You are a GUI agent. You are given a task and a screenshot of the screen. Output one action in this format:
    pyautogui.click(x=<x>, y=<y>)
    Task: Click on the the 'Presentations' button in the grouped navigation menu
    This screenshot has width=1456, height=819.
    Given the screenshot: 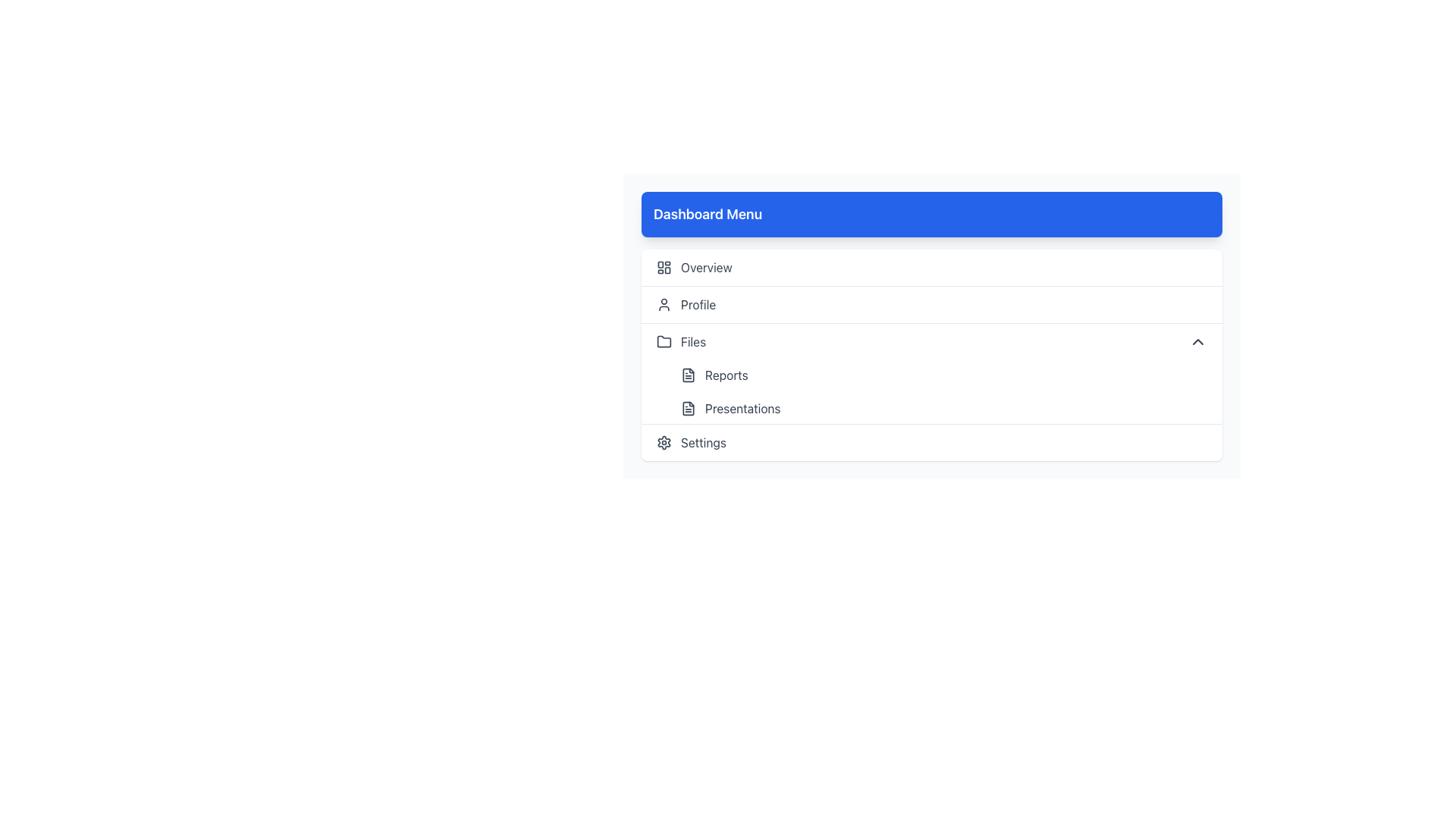 What is the action you would take?
    pyautogui.click(x=930, y=391)
    